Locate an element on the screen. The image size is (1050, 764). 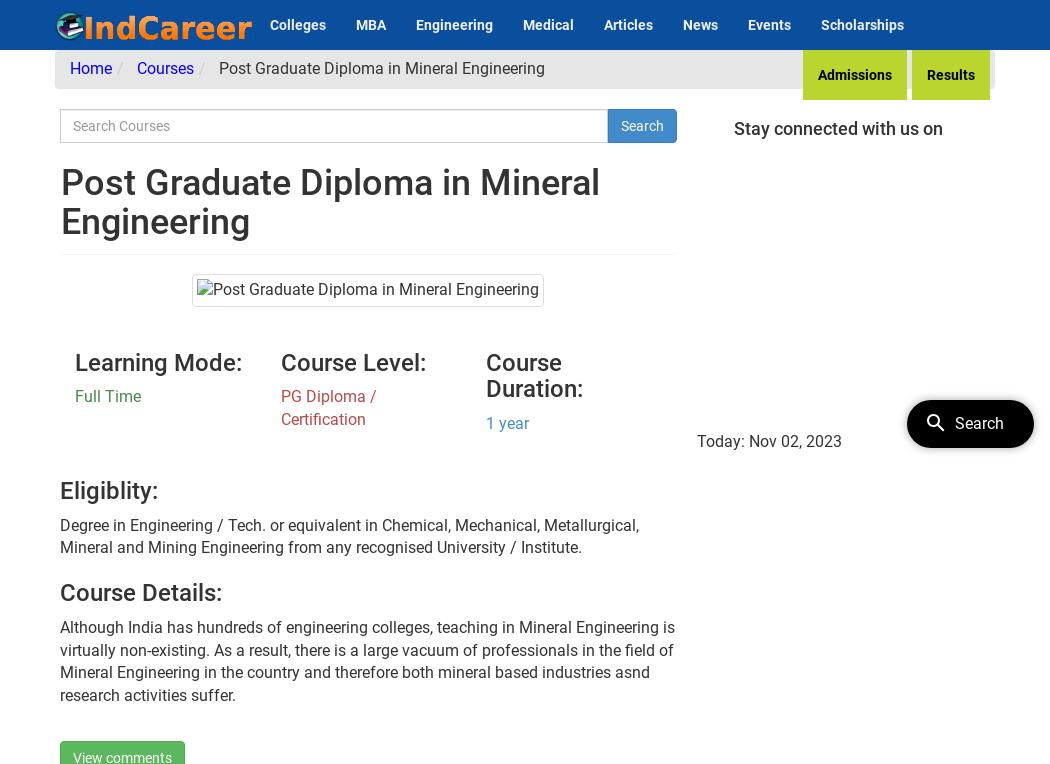
'Scholarships' is located at coordinates (862, 23).